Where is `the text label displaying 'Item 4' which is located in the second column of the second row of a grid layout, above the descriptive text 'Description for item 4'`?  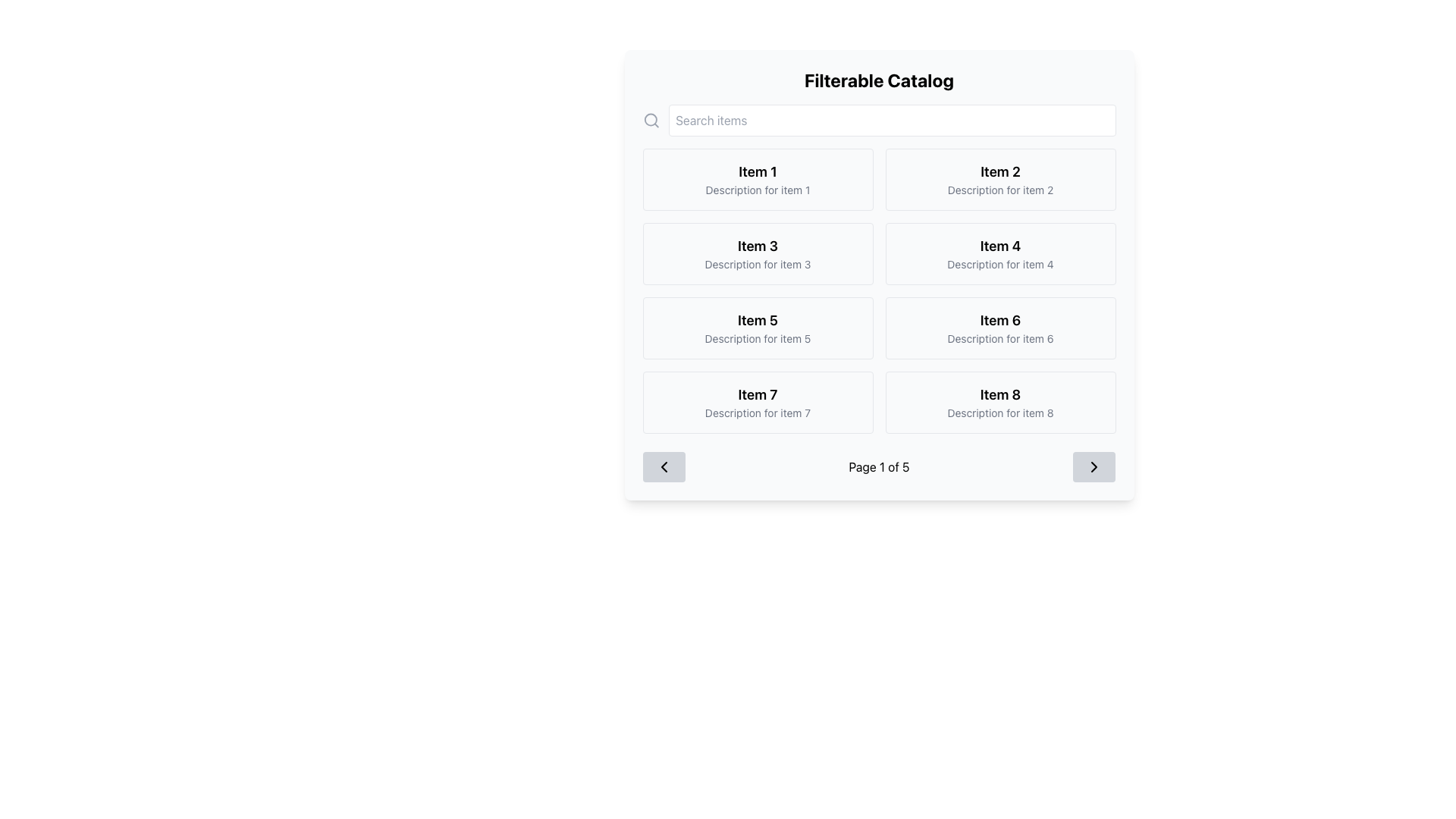
the text label displaying 'Item 4' which is located in the second column of the second row of a grid layout, above the descriptive text 'Description for item 4' is located at coordinates (1000, 245).